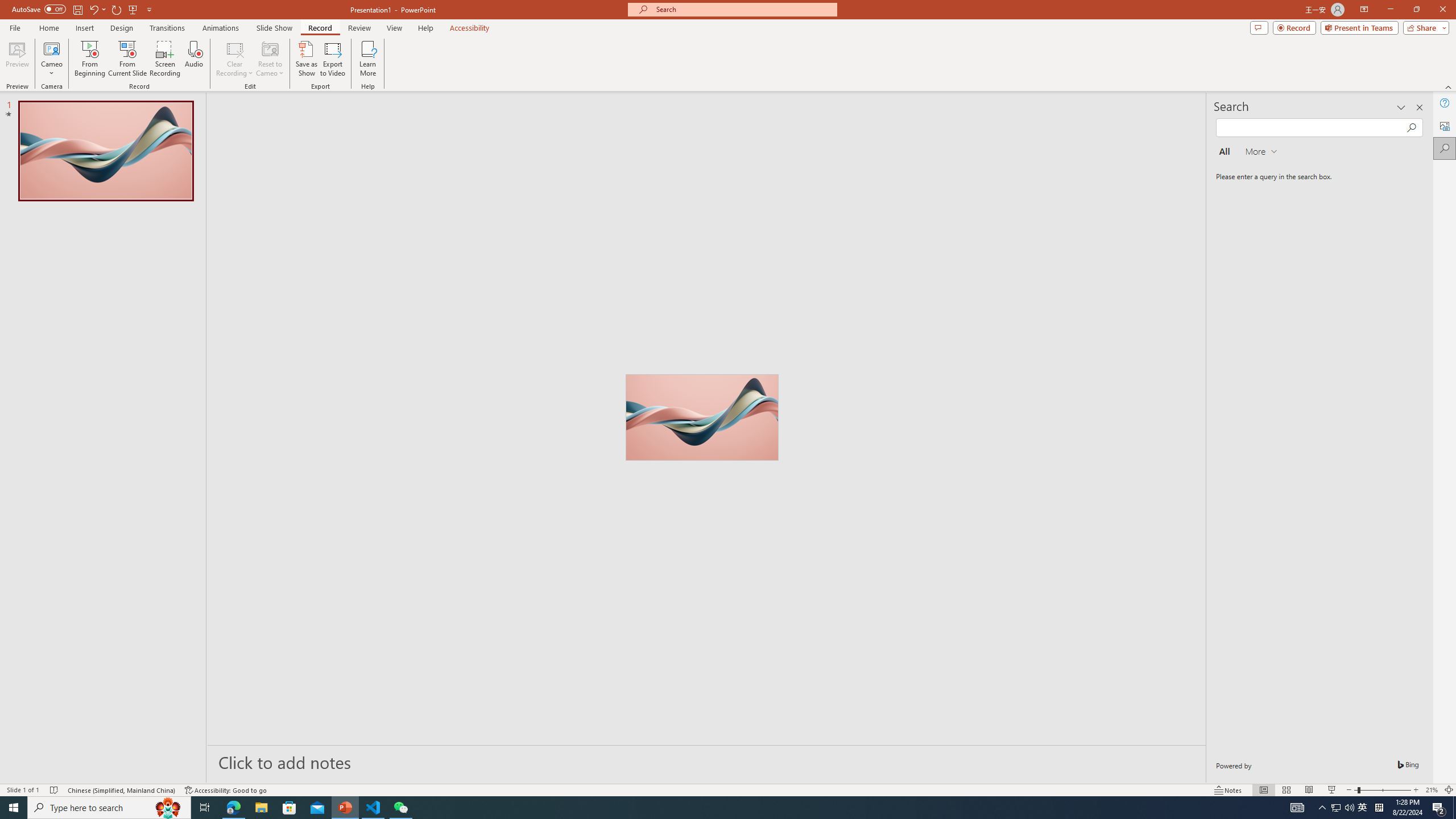 This screenshot has height=819, width=1456. Describe the element at coordinates (127, 59) in the screenshot. I see `'From Current Slide...'` at that location.